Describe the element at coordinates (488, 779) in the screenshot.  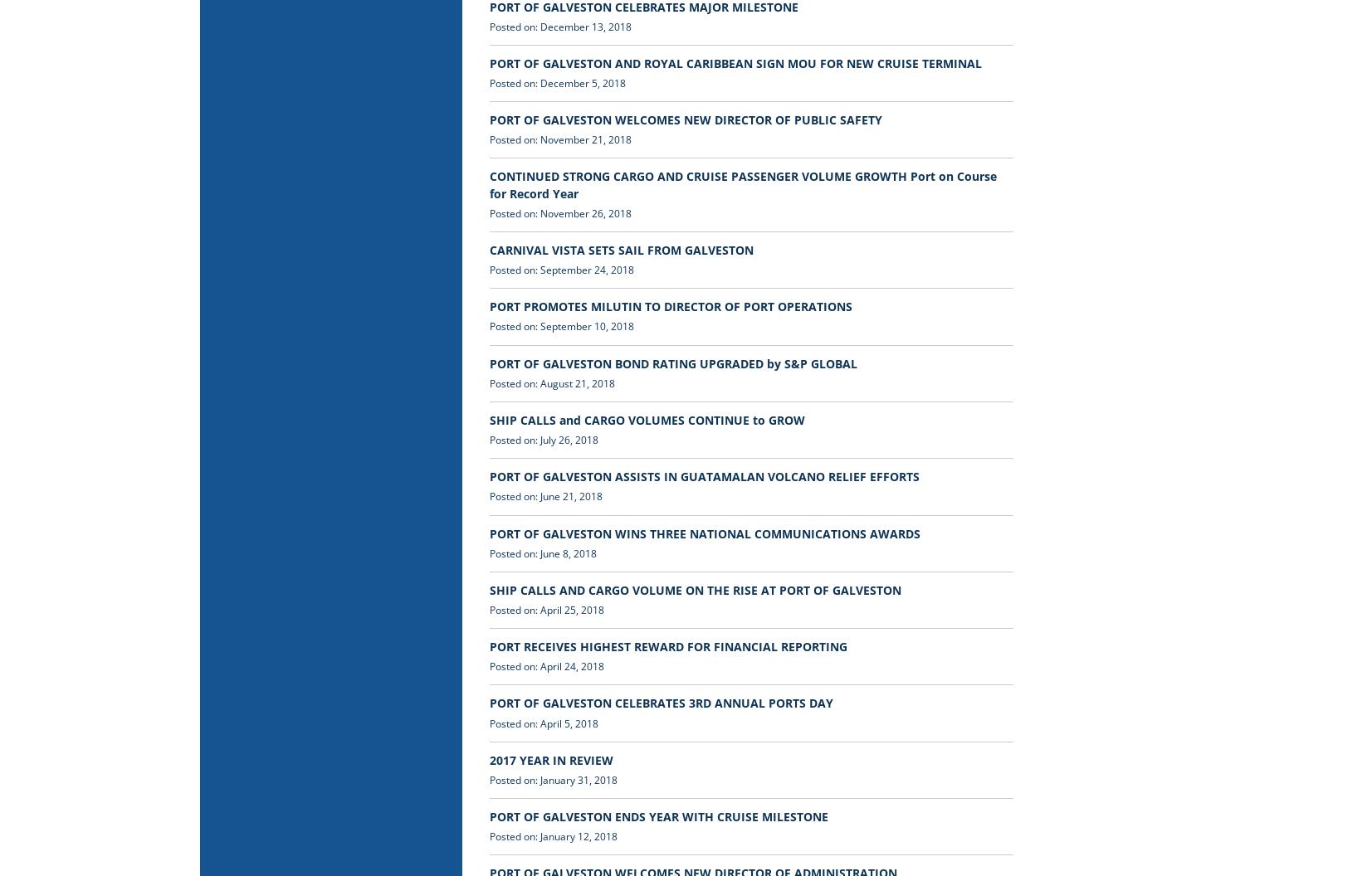
I see `'Posted on: January 31, 2018'` at that location.